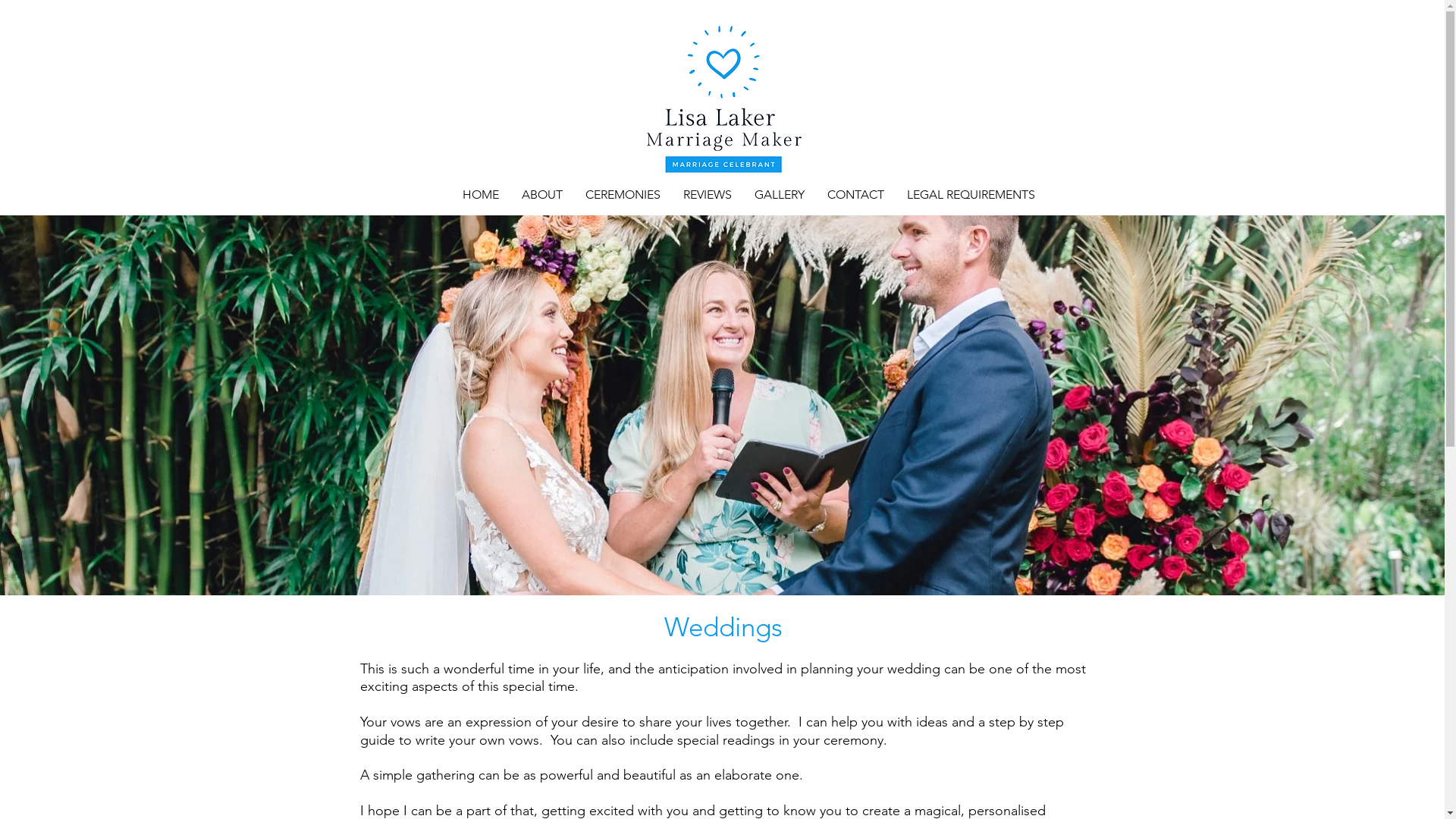  What do you see at coordinates (479, 194) in the screenshot?
I see `'HOME'` at bounding box center [479, 194].